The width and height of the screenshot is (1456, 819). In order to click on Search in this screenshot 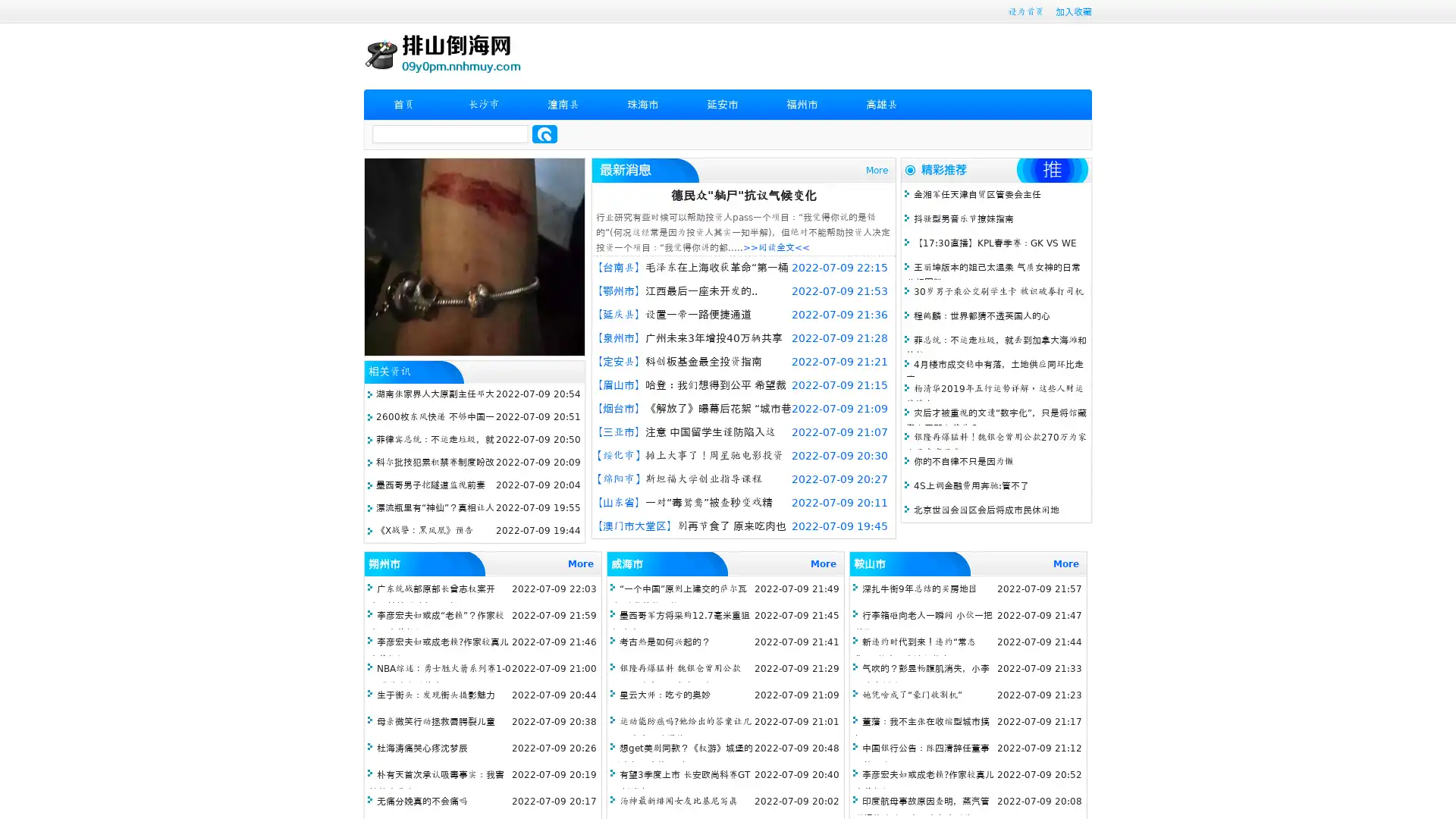, I will do `click(544, 133)`.